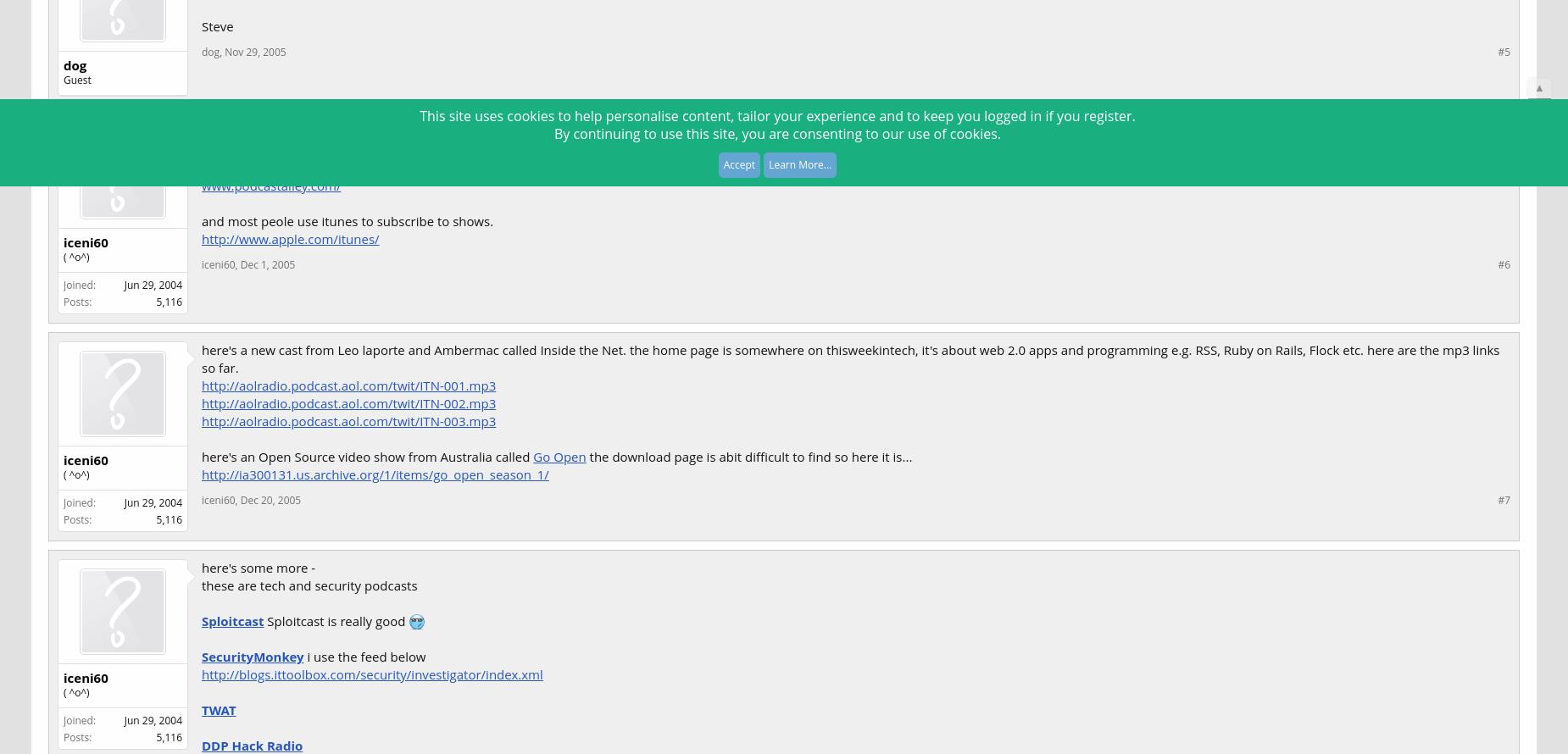  Describe the element at coordinates (253, 51) in the screenshot. I see `'Nov 29, 2005'` at that location.